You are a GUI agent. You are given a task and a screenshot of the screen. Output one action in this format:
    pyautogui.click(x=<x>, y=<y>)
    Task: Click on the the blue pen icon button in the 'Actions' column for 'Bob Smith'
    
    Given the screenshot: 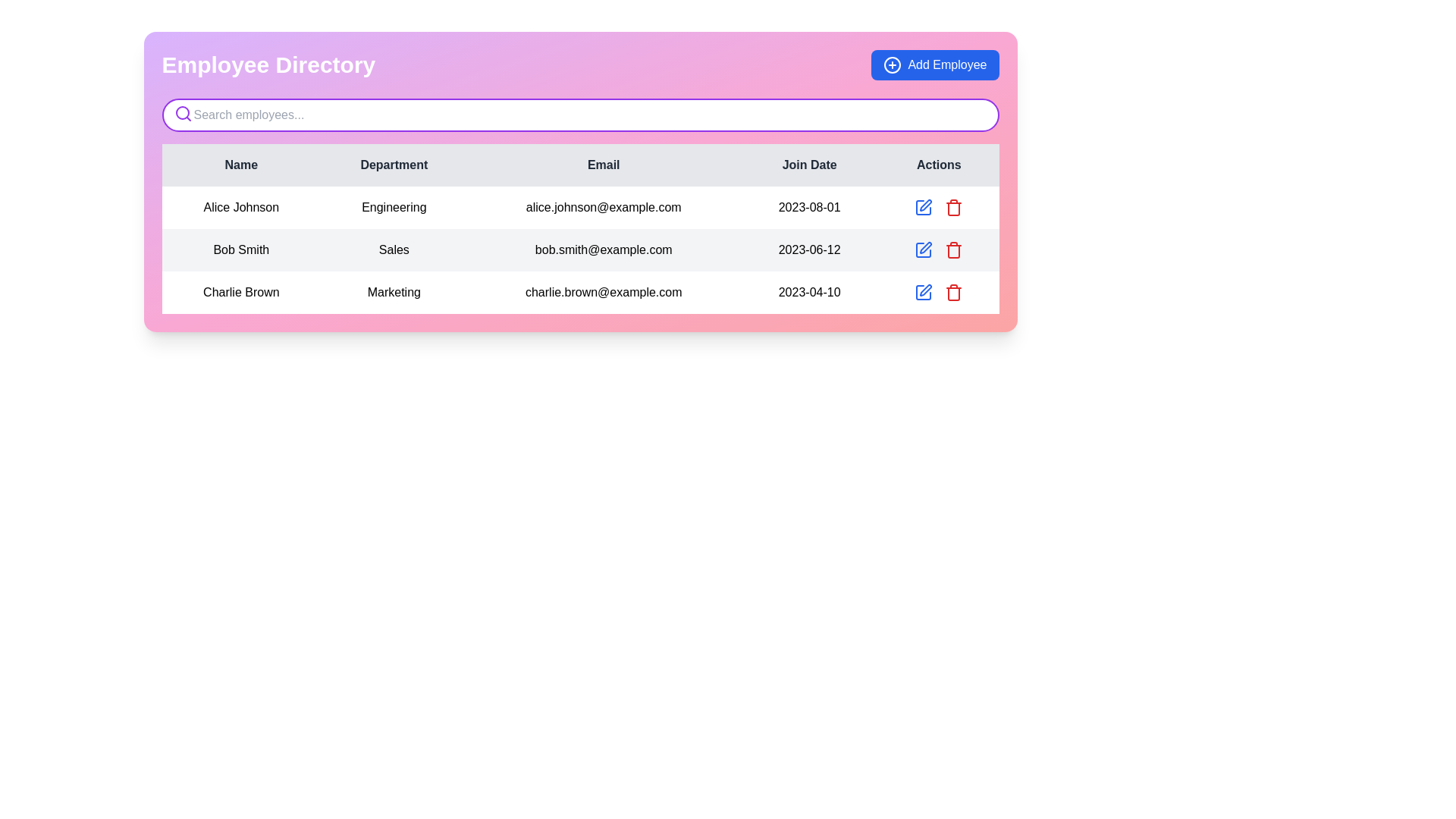 What is the action you would take?
    pyautogui.click(x=923, y=249)
    